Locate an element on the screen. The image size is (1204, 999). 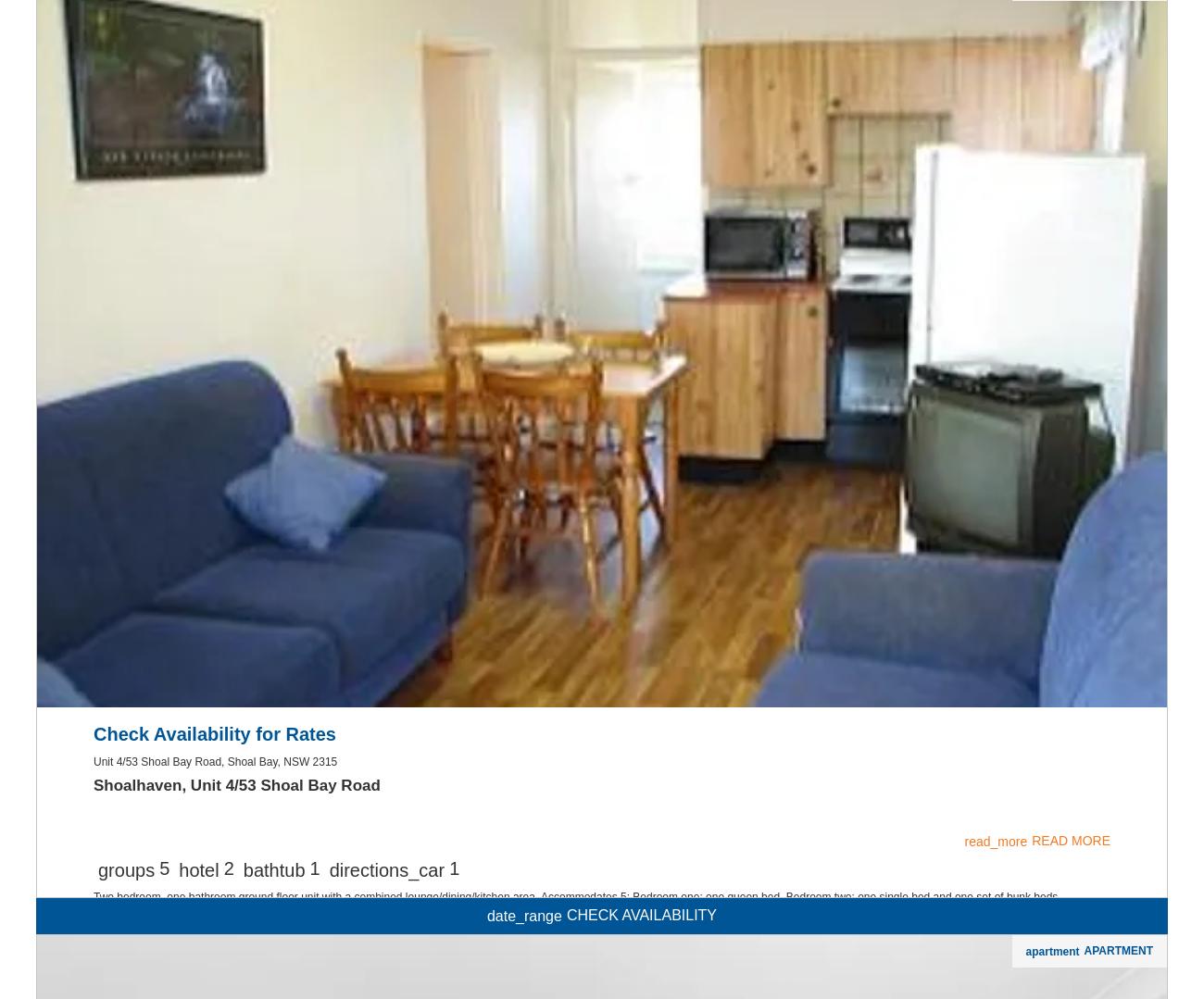
'House Features' is located at coordinates (177, 252).